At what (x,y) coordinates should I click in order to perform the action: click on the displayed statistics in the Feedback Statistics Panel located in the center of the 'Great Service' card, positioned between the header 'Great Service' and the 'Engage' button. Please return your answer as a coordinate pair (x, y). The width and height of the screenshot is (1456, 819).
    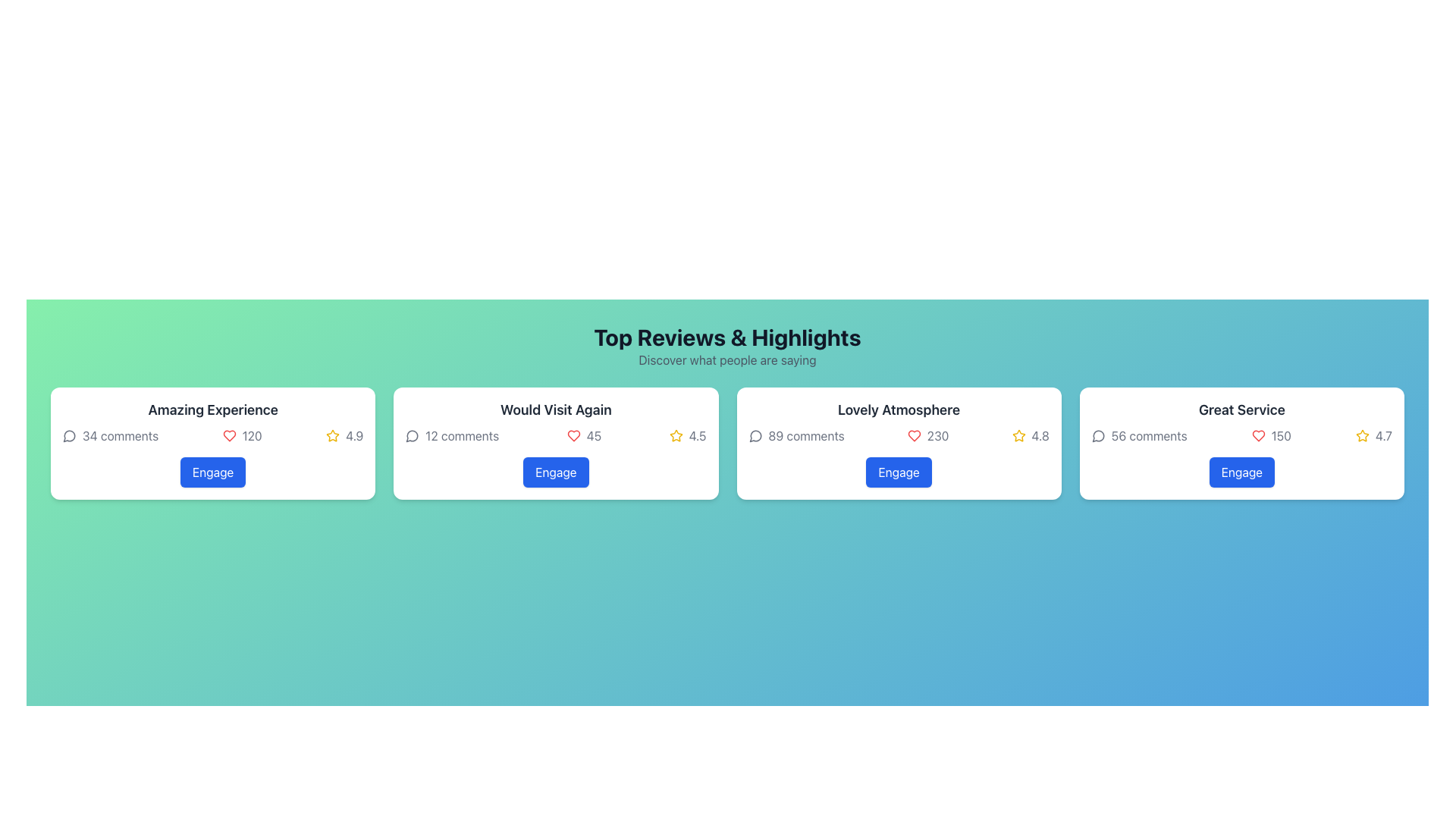
    Looking at the image, I should click on (1241, 435).